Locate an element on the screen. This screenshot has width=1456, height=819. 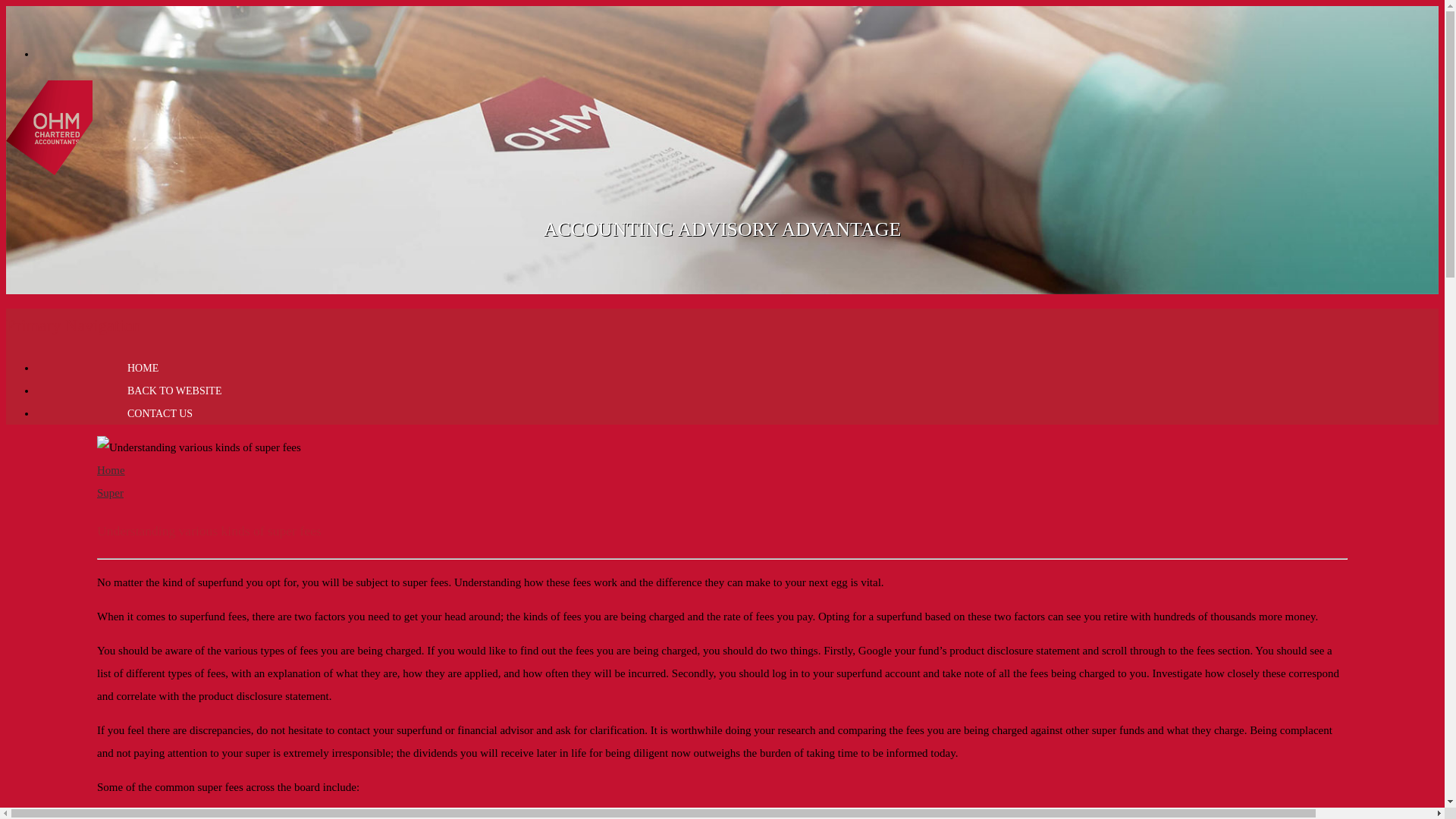
'CONTACT US' is located at coordinates (160, 413).